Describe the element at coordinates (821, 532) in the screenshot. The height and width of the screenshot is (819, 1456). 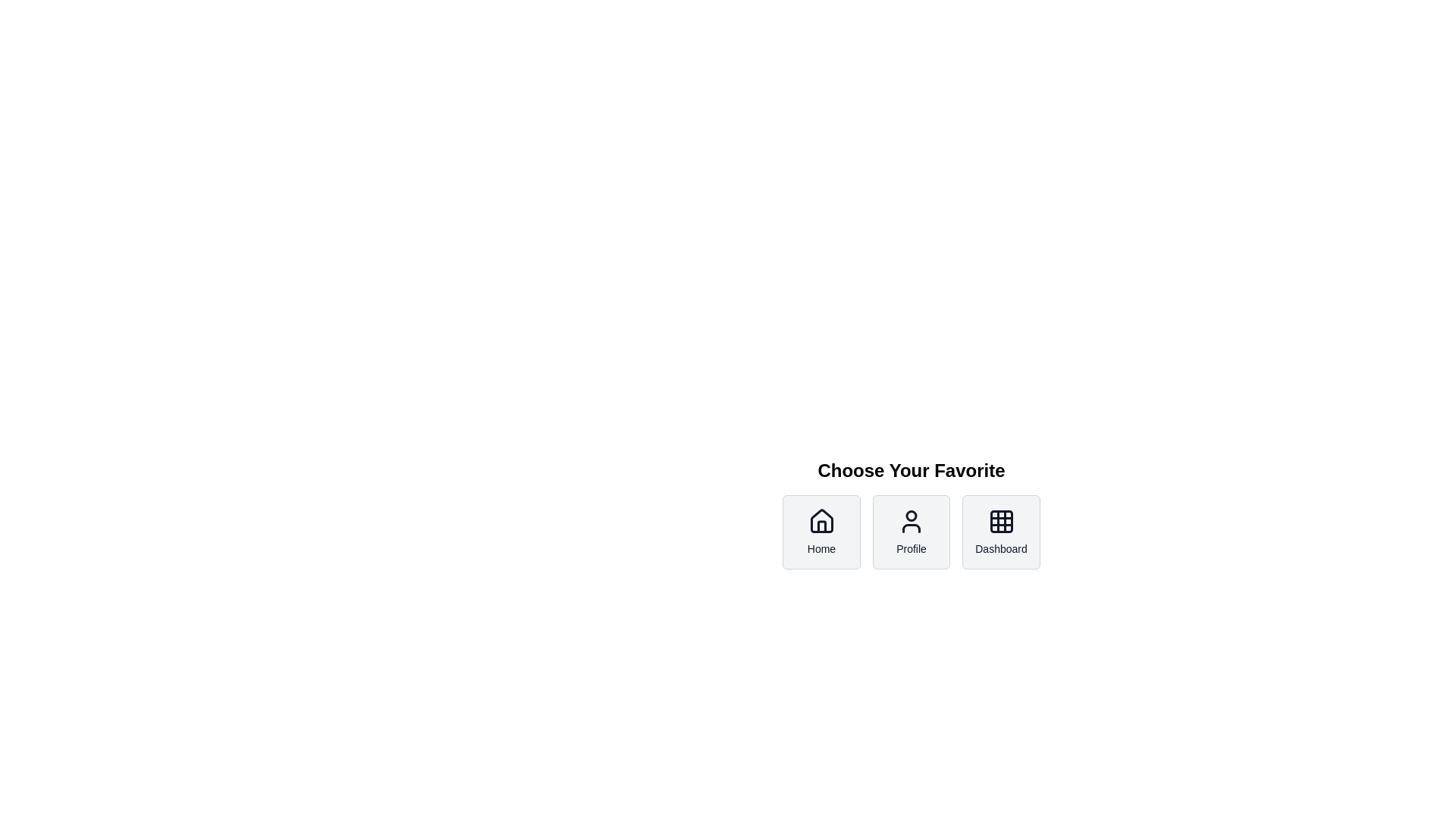
I see `the 'Home' button, which is a rounded rectangular tile with a light gray background and a house icon` at that location.